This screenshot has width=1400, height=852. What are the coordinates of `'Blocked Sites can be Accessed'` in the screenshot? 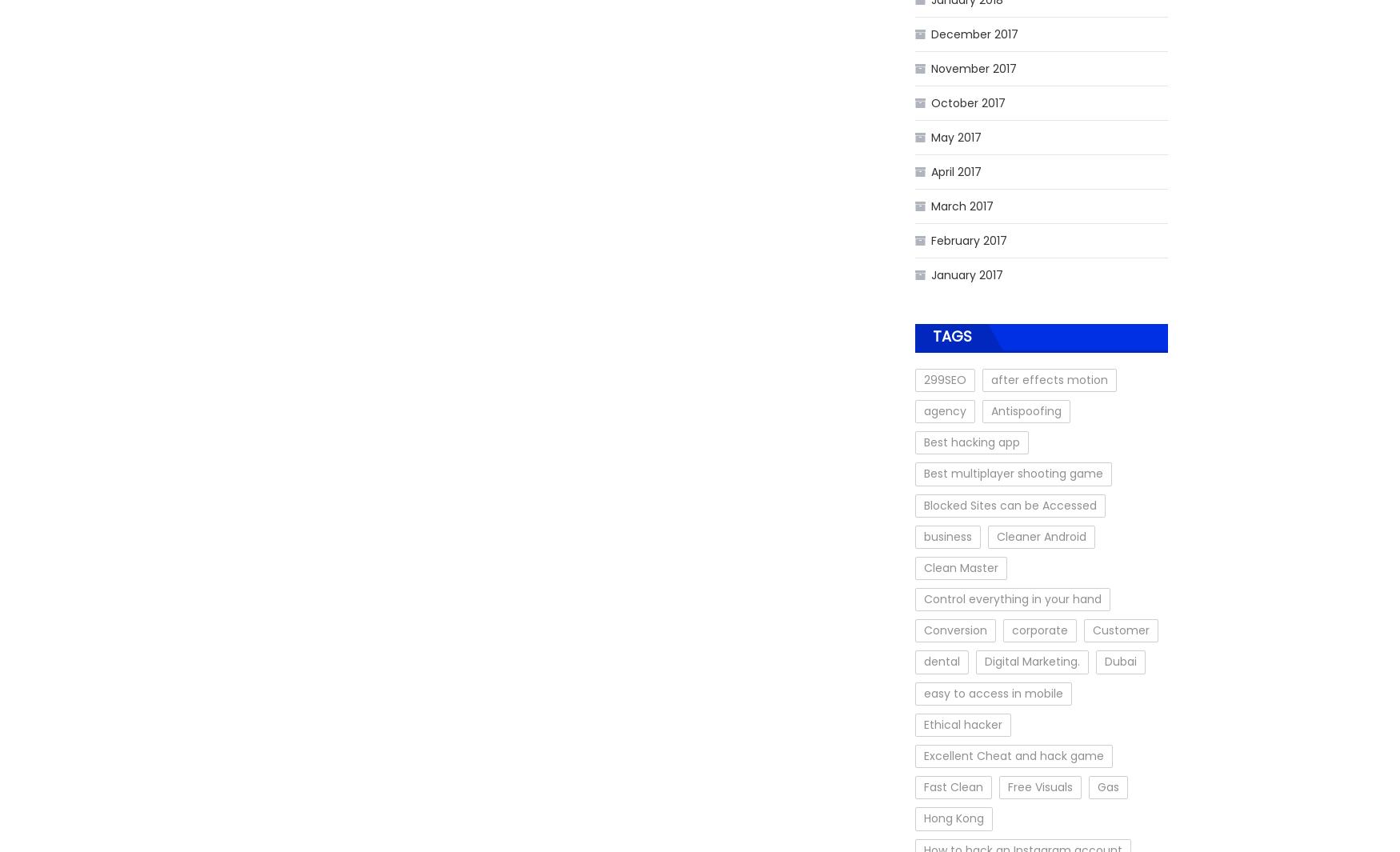 It's located at (1009, 505).